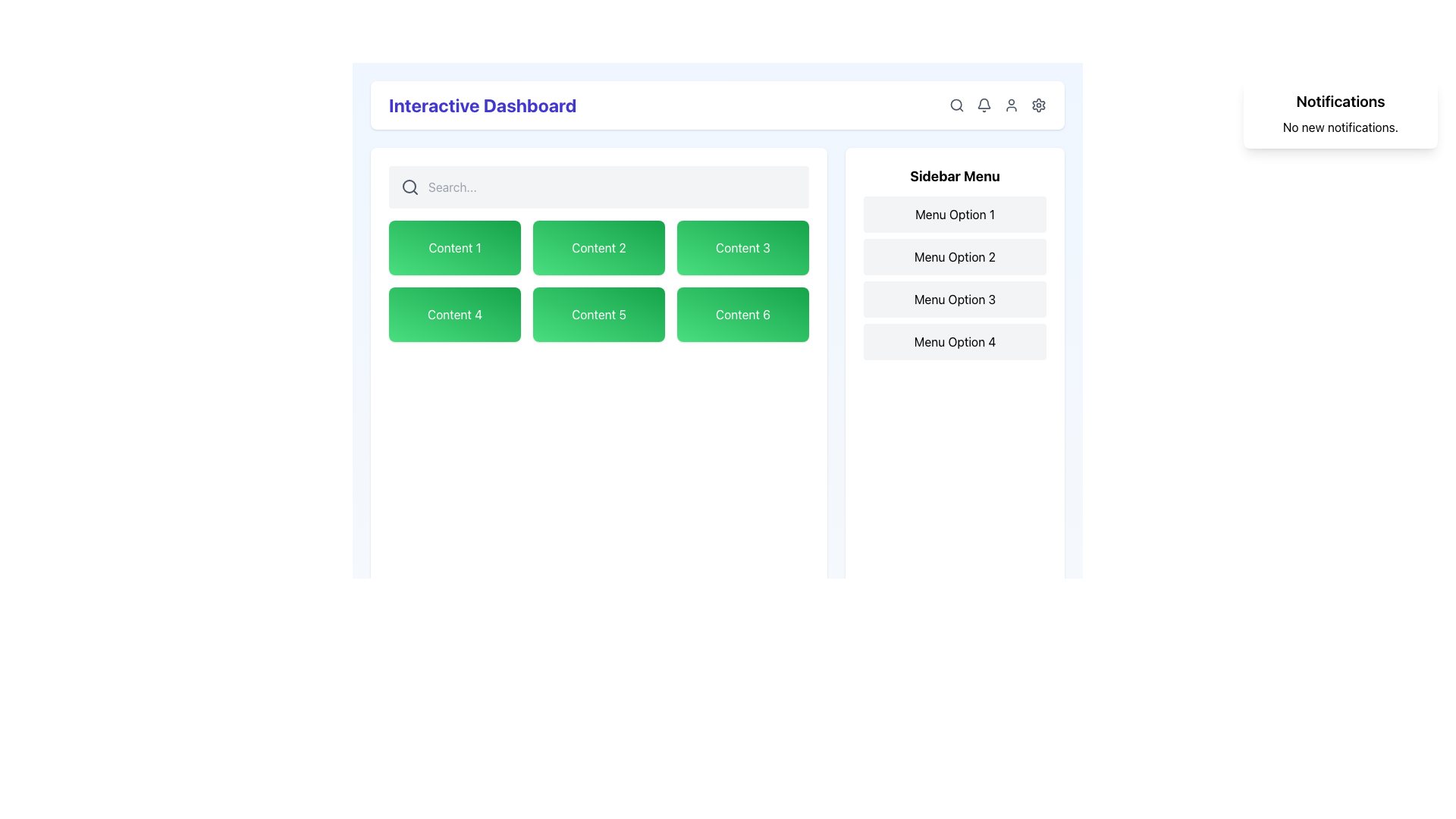  Describe the element at coordinates (482, 104) in the screenshot. I see `the Static Label element which serves as the title or header for the page, located near the top-left area of the interface` at that location.